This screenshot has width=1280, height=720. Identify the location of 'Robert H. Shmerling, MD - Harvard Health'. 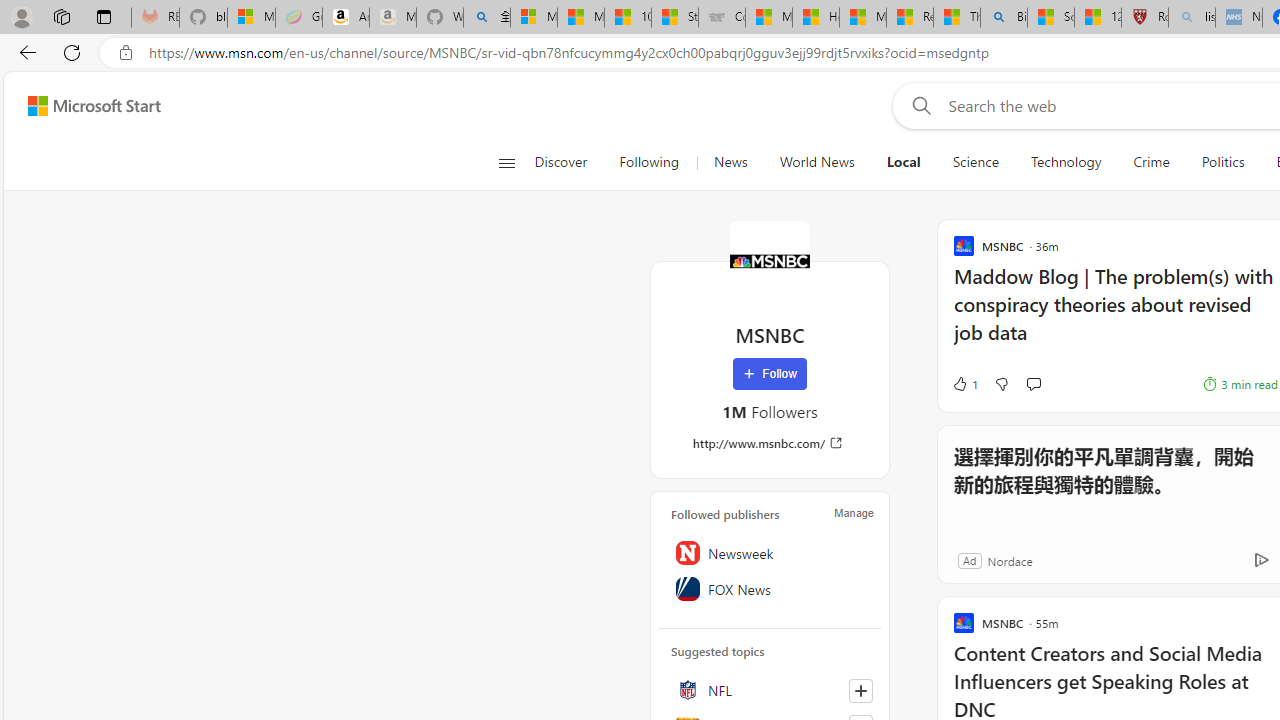
(1145, 17).